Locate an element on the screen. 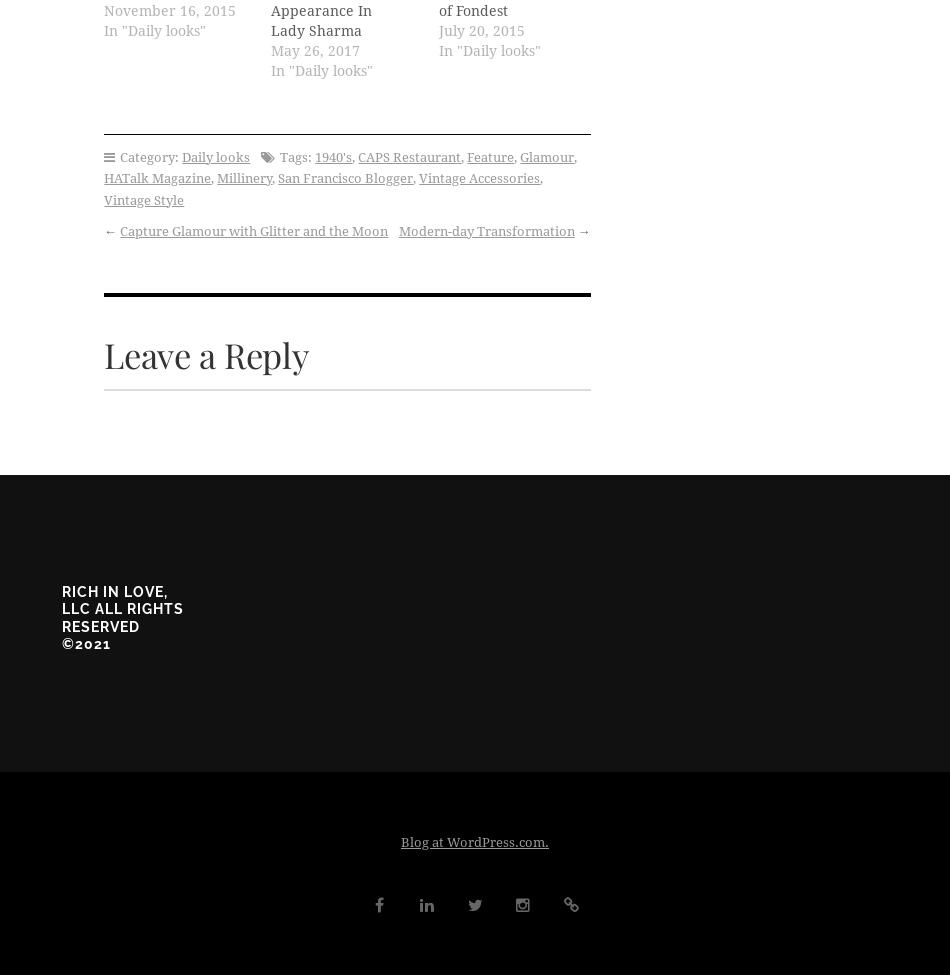  'Feature' is located at coordinates (490, 155).